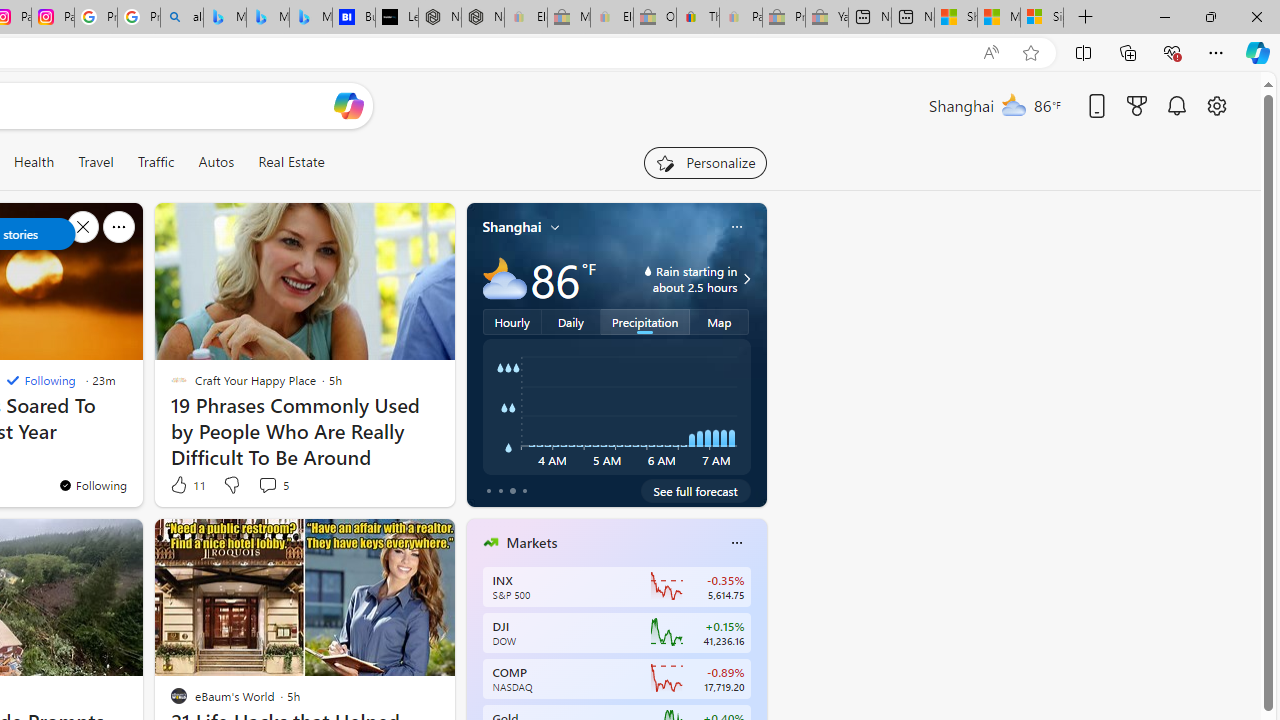 This screenshot has width=1280, height=720. Describe the element at coordinates (512, 320) in the screenshot. I see `'Hourly'` at that location.